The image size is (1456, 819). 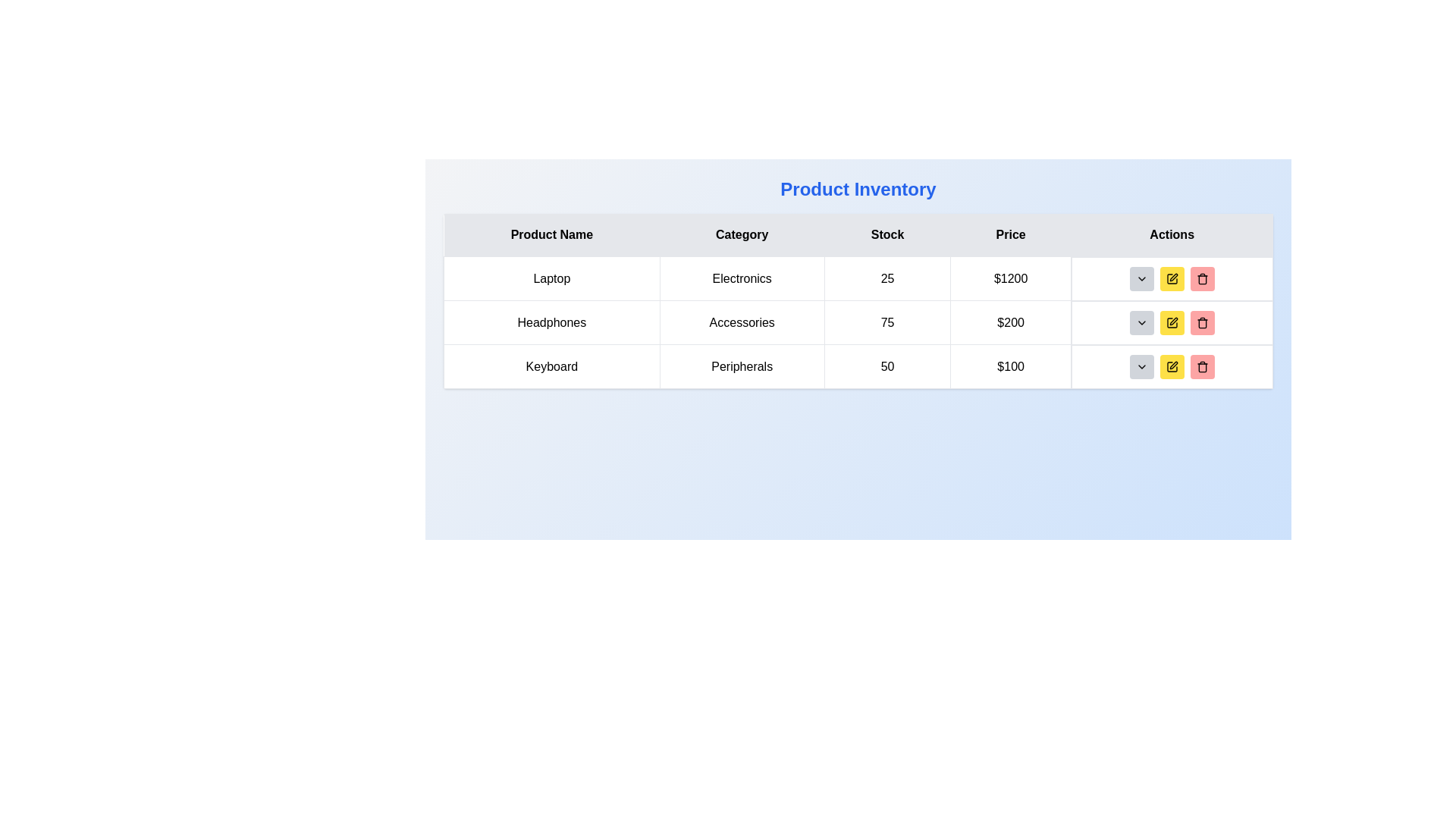 What do you see at coordinates (1171, 322) in the screenshot?
I see `the Icon button in the Actions column of the second row of the table for keyboard navigation` at bounding box center [1171, 322].